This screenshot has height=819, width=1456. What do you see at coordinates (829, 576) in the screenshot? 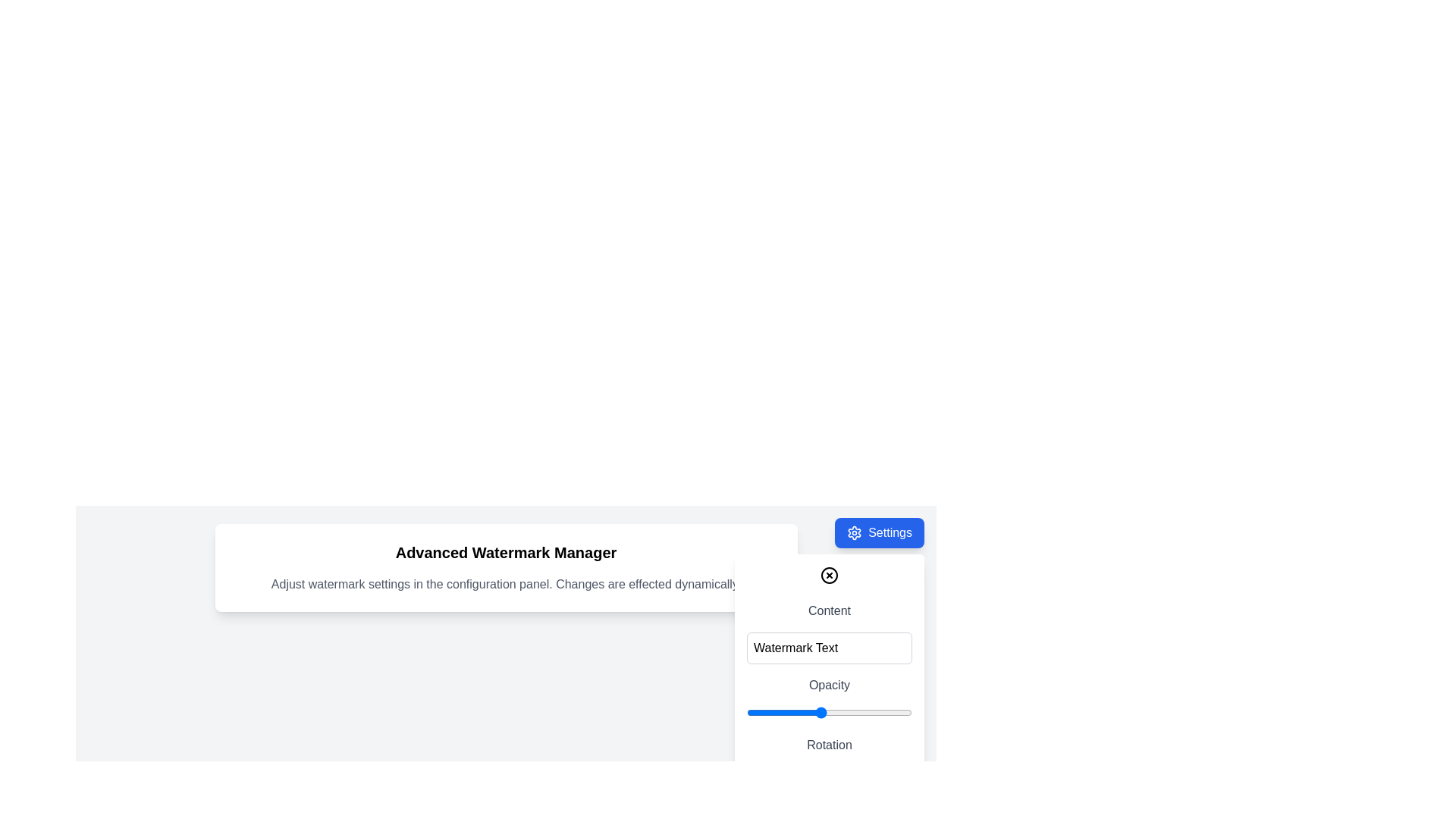
I see `the circular close button with an 'X' symbol located in the top-right corner of the settings panel` at bounding box center [829, 576].